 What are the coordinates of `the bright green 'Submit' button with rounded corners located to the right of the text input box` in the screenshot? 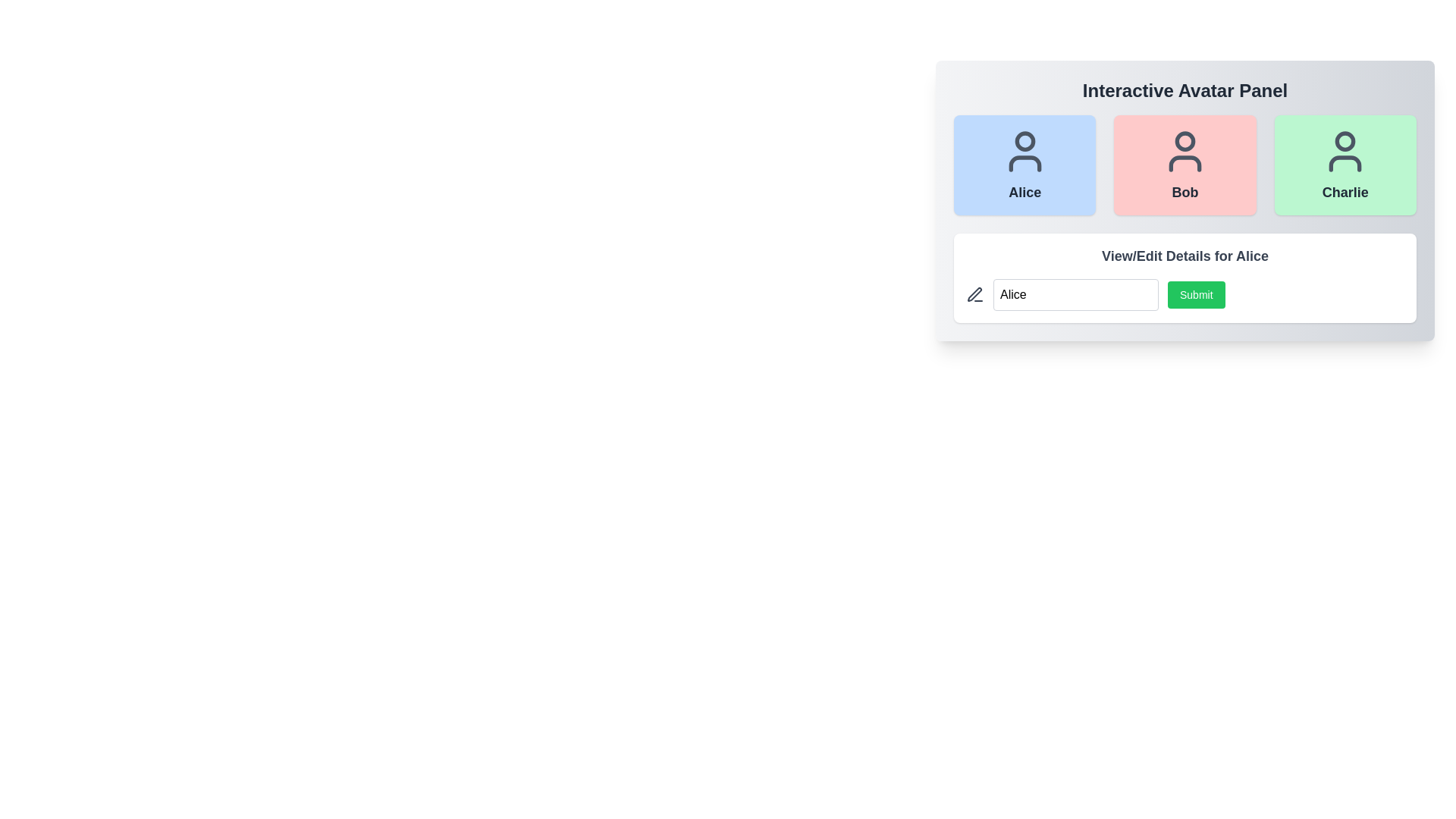 It's located at (1195, 295).